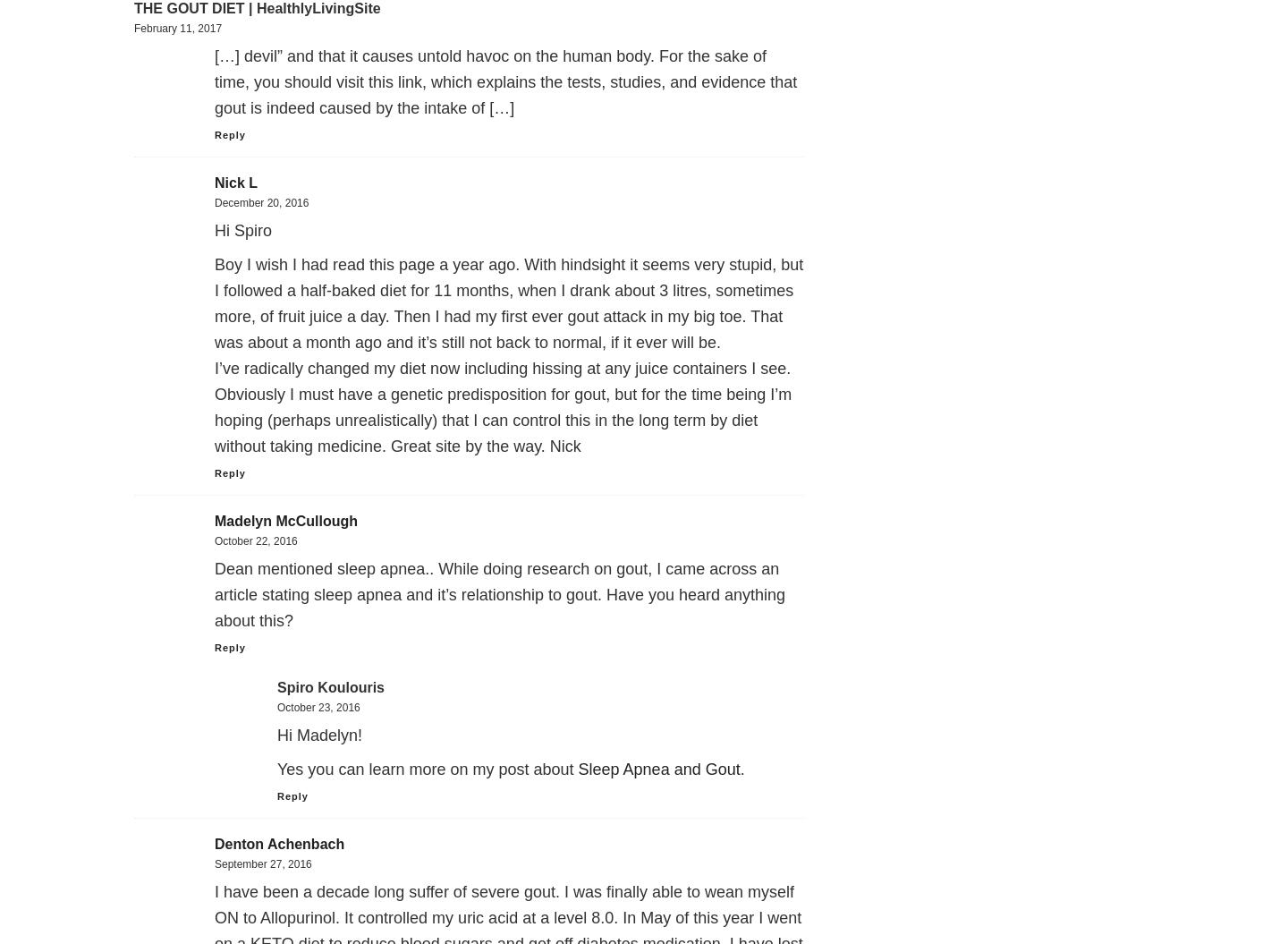 The image size is (1288, 944). Describe the element at coordinates (279, 844) in the screenshot. I see `'Denton Achenbach'` at that location.